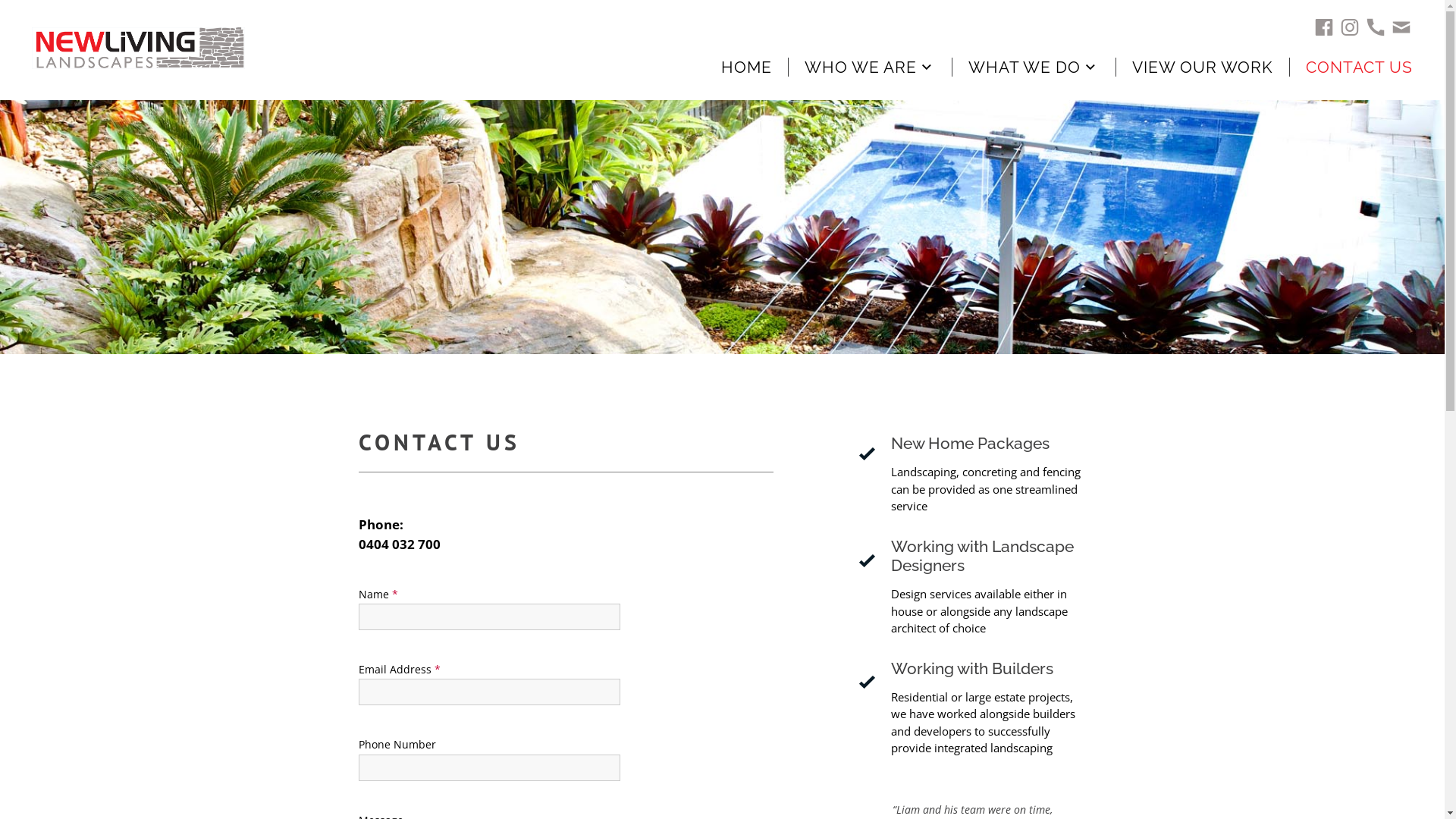 Image resolution: width=1456 pixels, height=819 pixels. What do you see at coordinates (1049, 66) in the screenshot?
I see `'WHAT WE DO'` at bounding box center [1049, 66].